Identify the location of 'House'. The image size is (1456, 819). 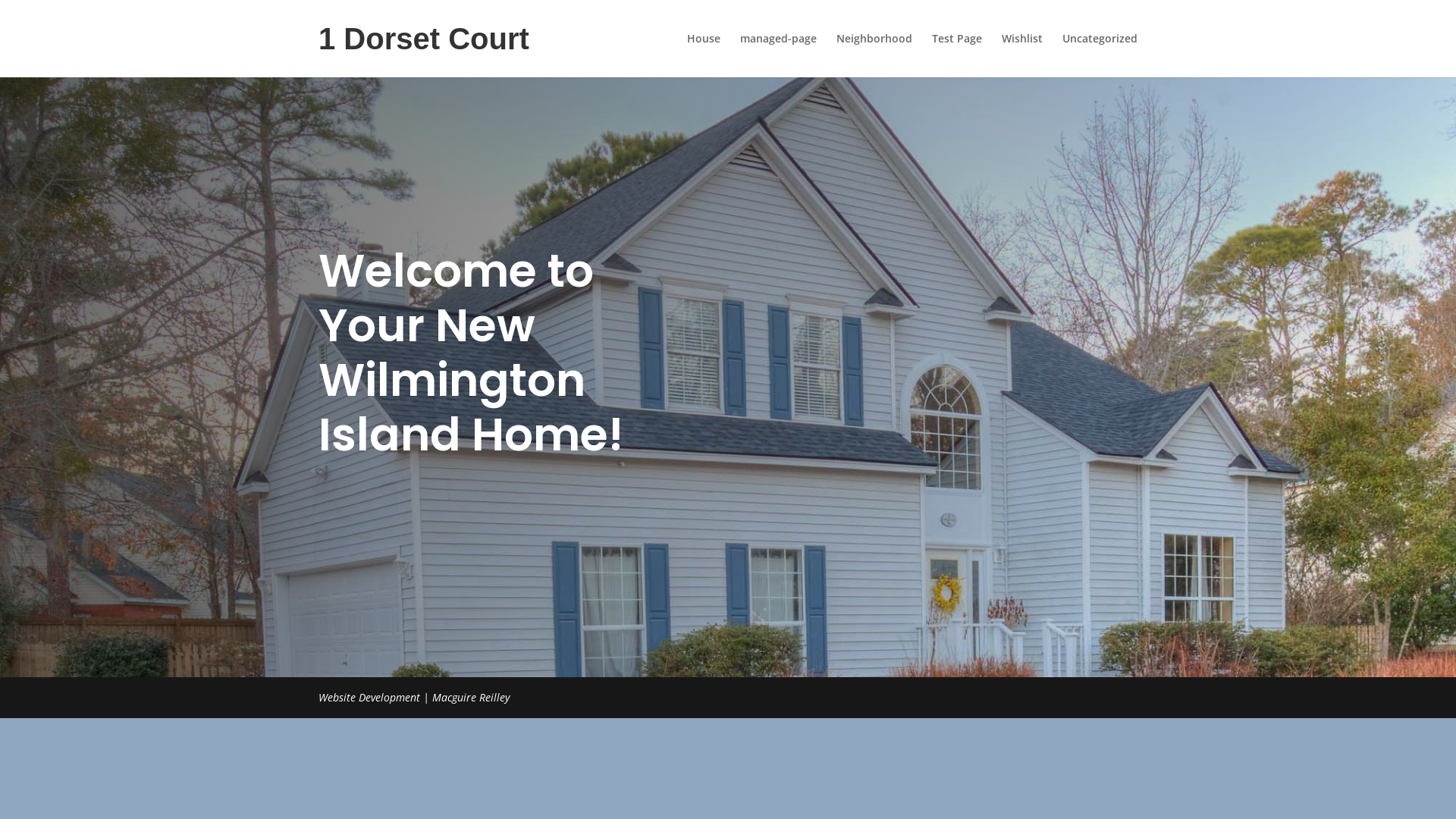
(702, 55).